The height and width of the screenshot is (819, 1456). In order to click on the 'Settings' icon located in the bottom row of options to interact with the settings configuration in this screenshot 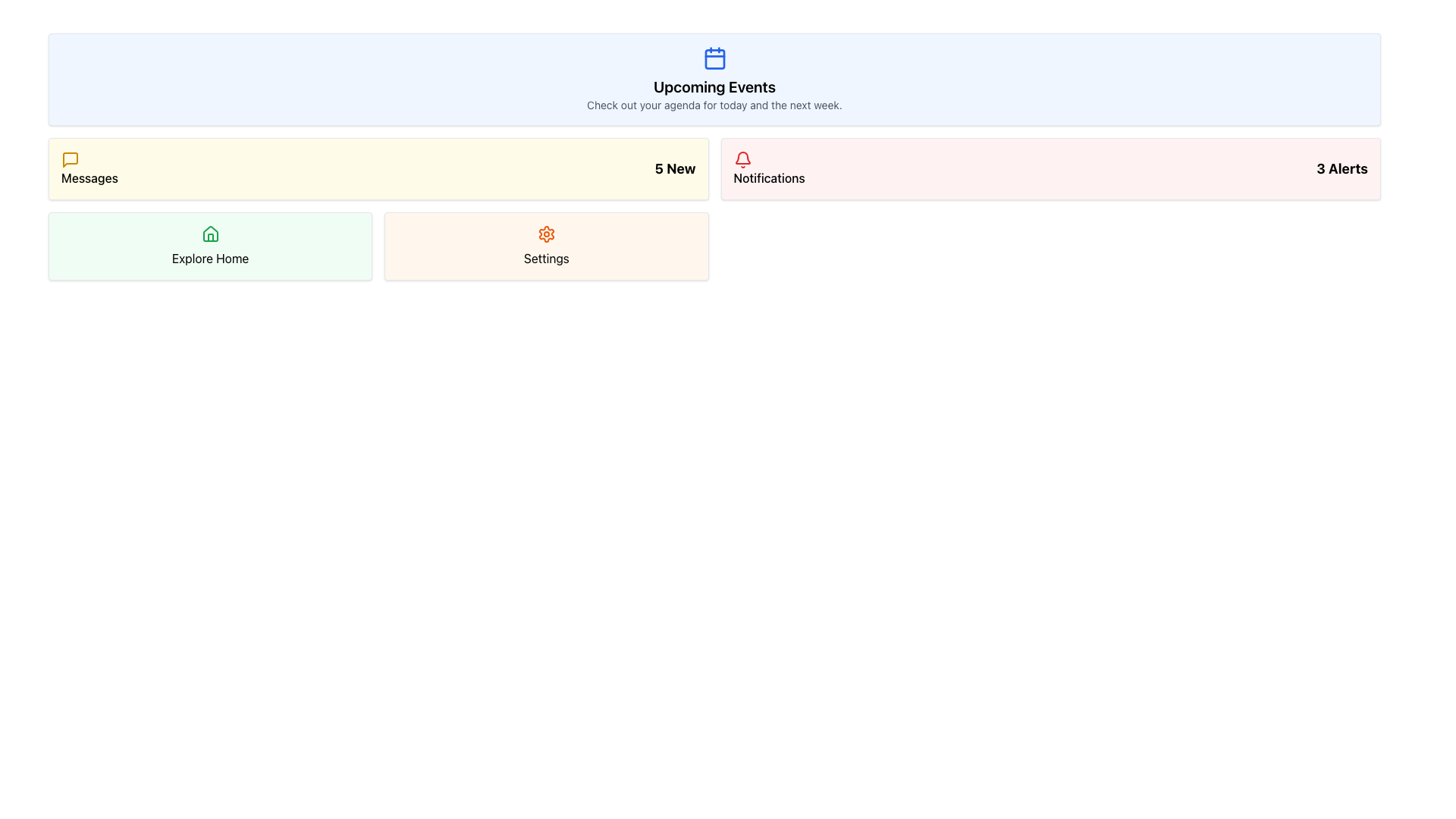, I will do `click(546, 234)`.